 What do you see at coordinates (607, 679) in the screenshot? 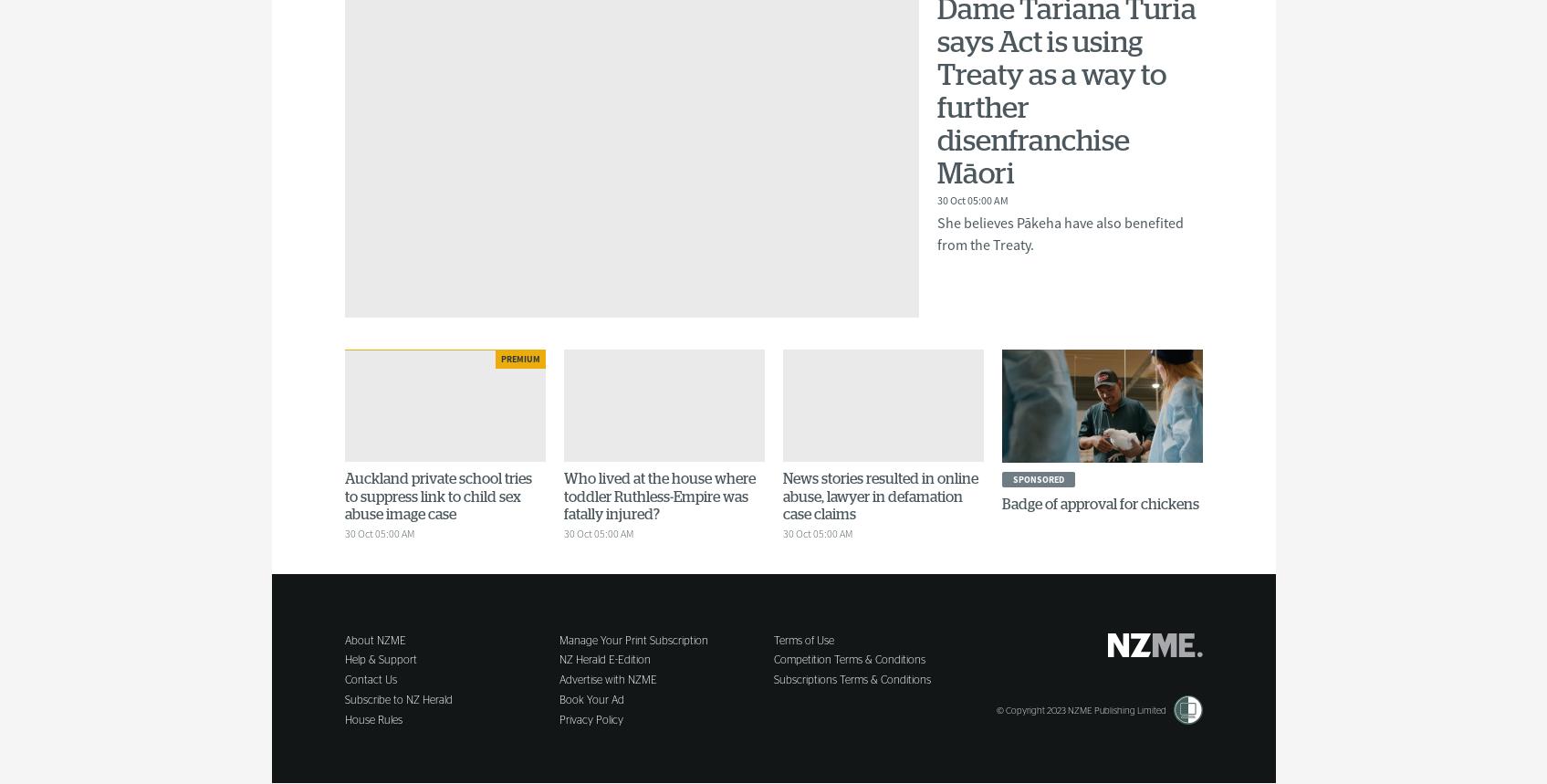
I see `'Advertise with NZME'` at bounding box center [607, 679].